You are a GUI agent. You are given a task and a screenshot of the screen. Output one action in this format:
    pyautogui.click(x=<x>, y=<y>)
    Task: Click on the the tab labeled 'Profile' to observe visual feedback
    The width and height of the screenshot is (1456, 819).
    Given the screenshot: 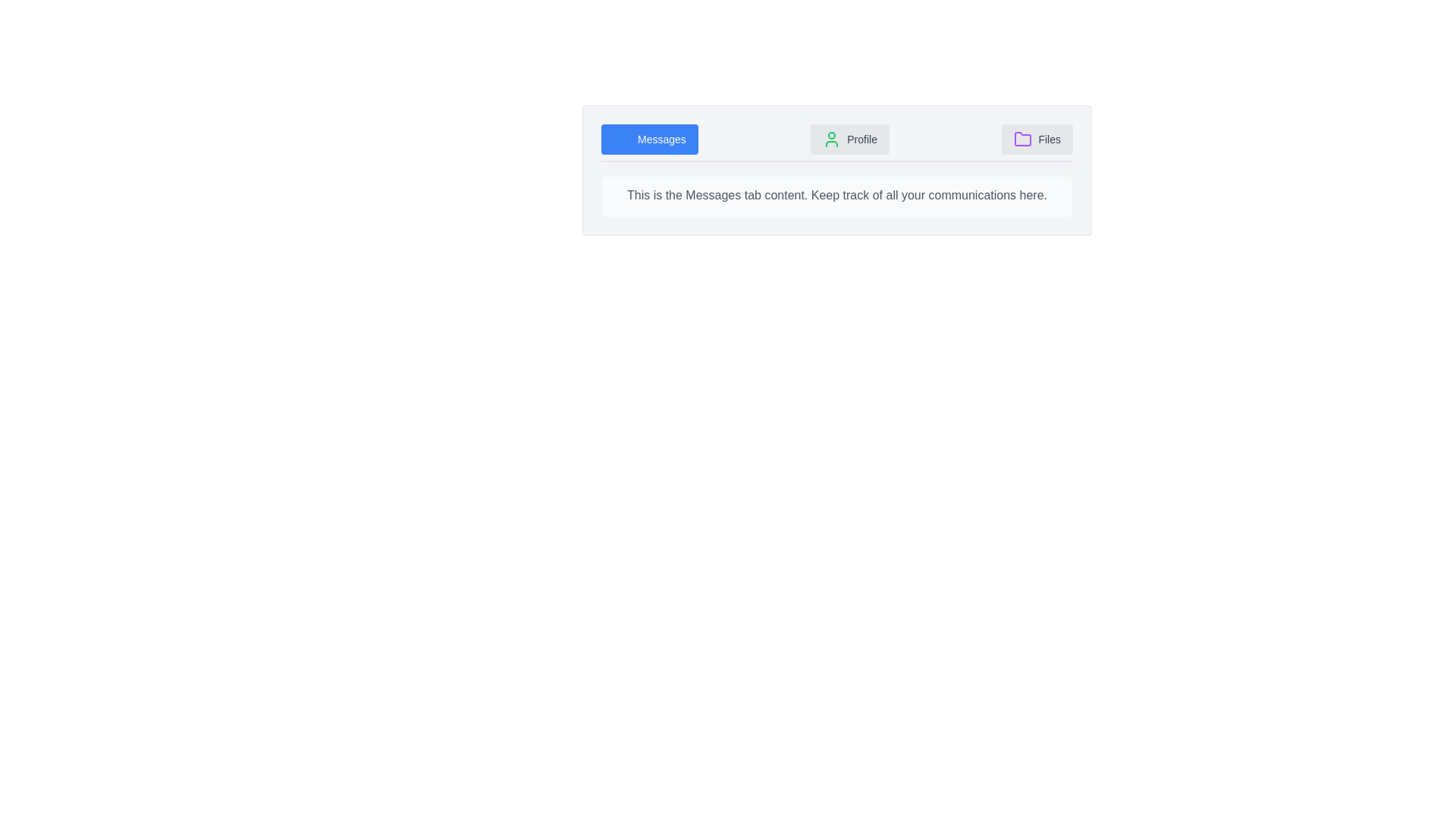 What is the action you would take?
    pyautogui.click(x=850, y=140)
    